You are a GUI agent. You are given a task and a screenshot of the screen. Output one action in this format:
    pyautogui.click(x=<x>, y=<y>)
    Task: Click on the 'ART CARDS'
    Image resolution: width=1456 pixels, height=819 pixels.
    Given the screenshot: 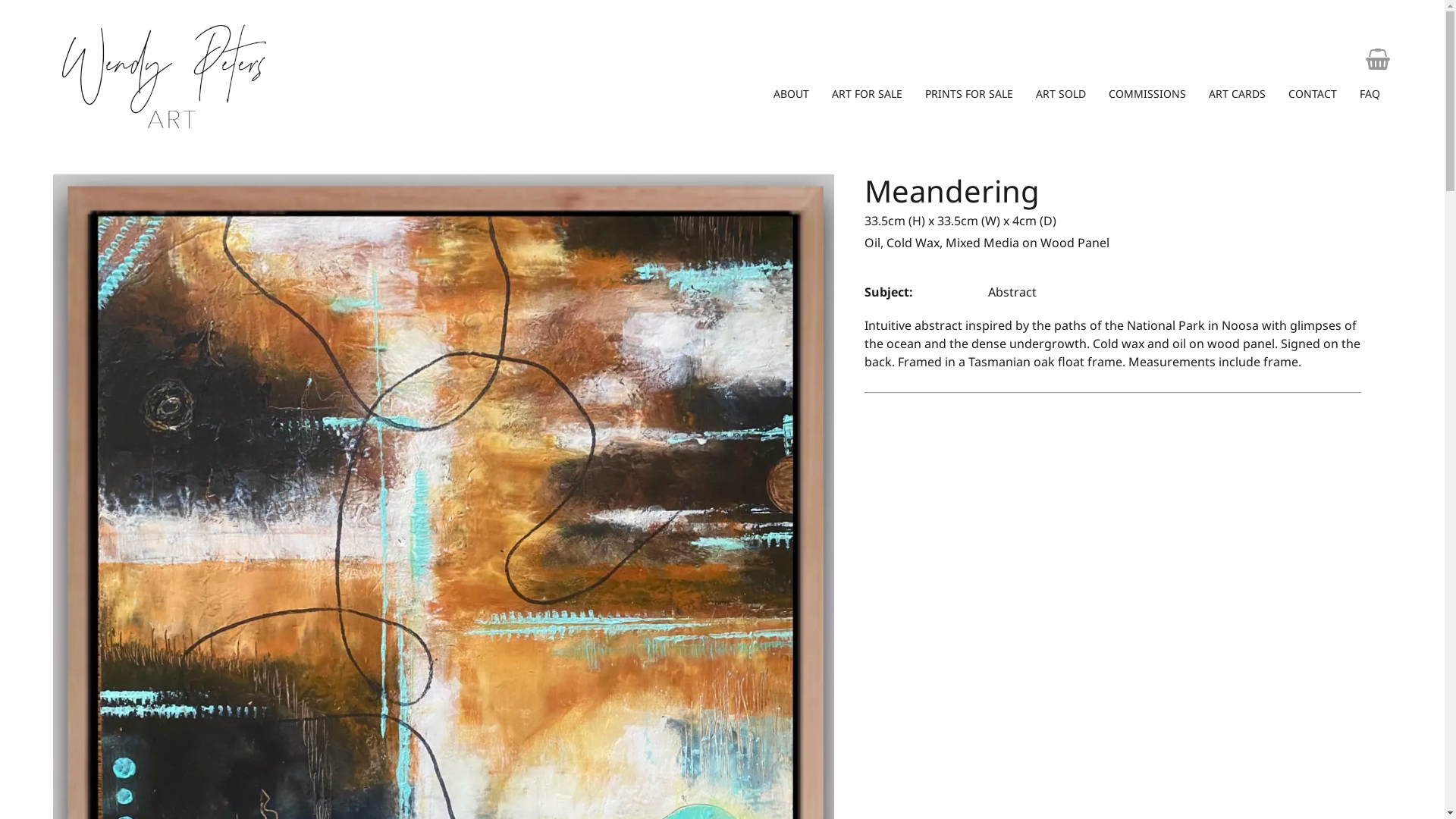 What is the action you would take?
    pyautogui.click(x=1237, y=93)
    